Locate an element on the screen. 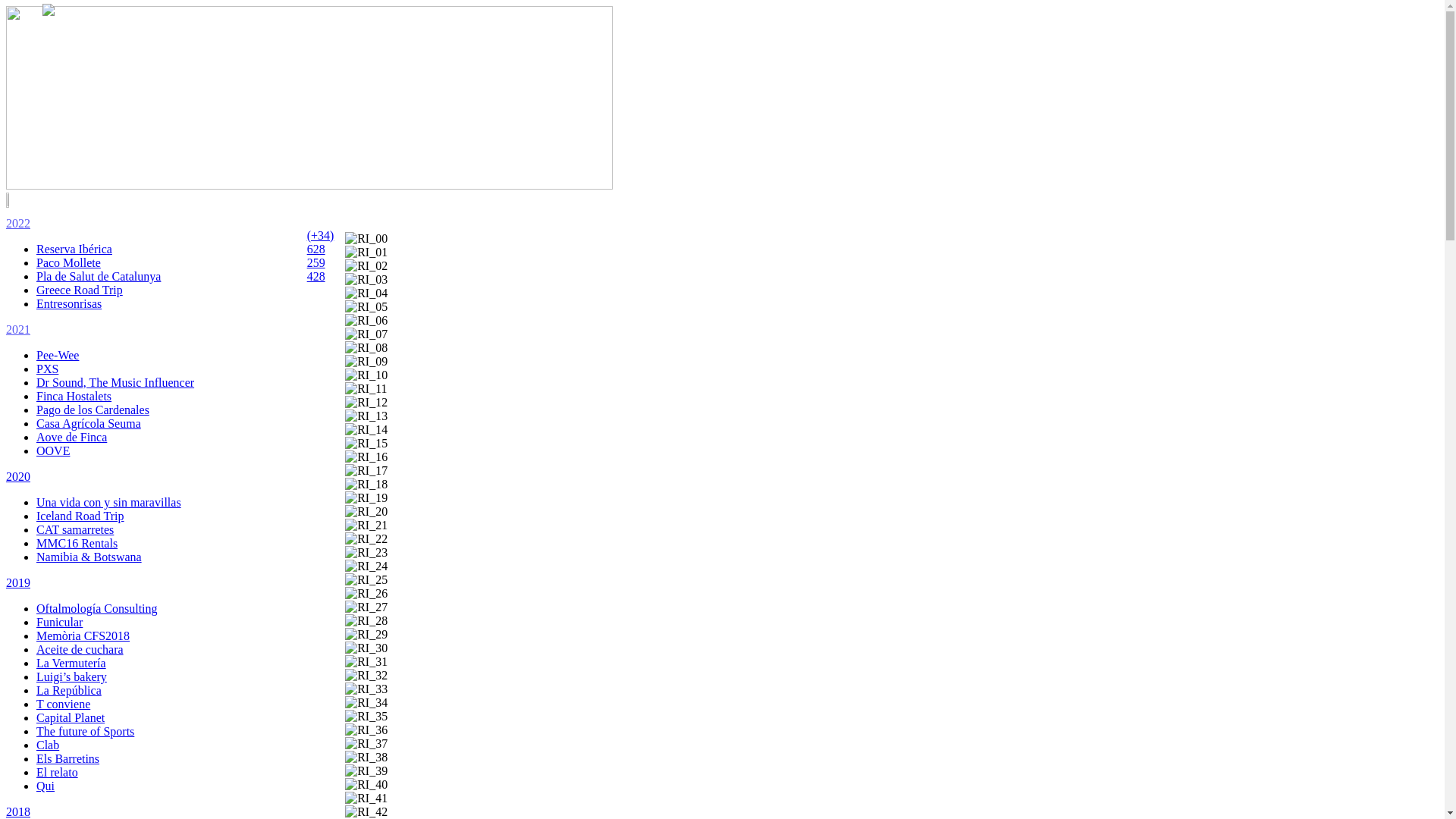  '2019' is located at coordinates (18, 582).